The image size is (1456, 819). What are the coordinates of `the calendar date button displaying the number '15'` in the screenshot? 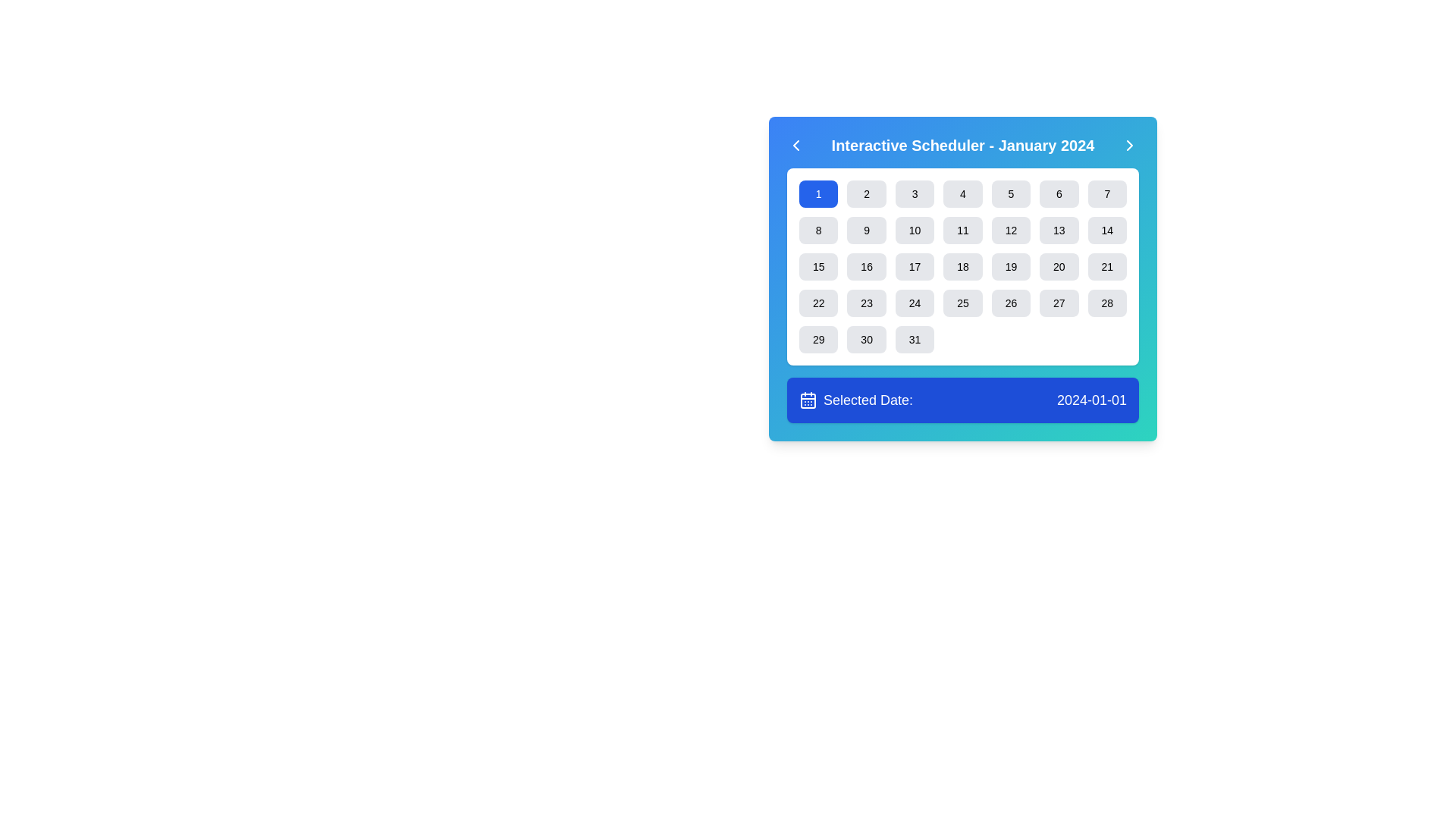 It's located at (817, 265).